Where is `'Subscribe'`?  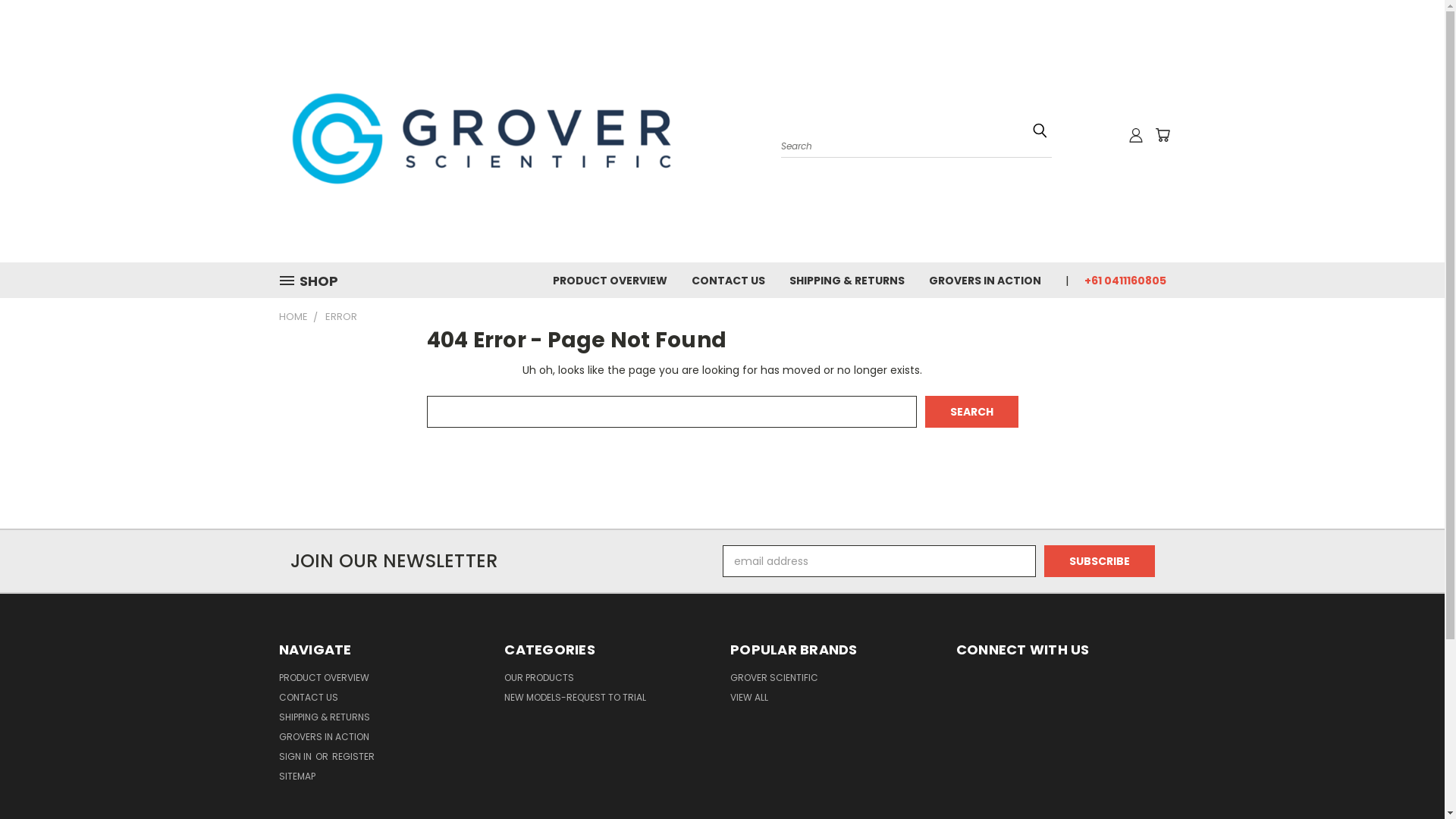
'Subscribe' is located at coordinates (1099, 561).